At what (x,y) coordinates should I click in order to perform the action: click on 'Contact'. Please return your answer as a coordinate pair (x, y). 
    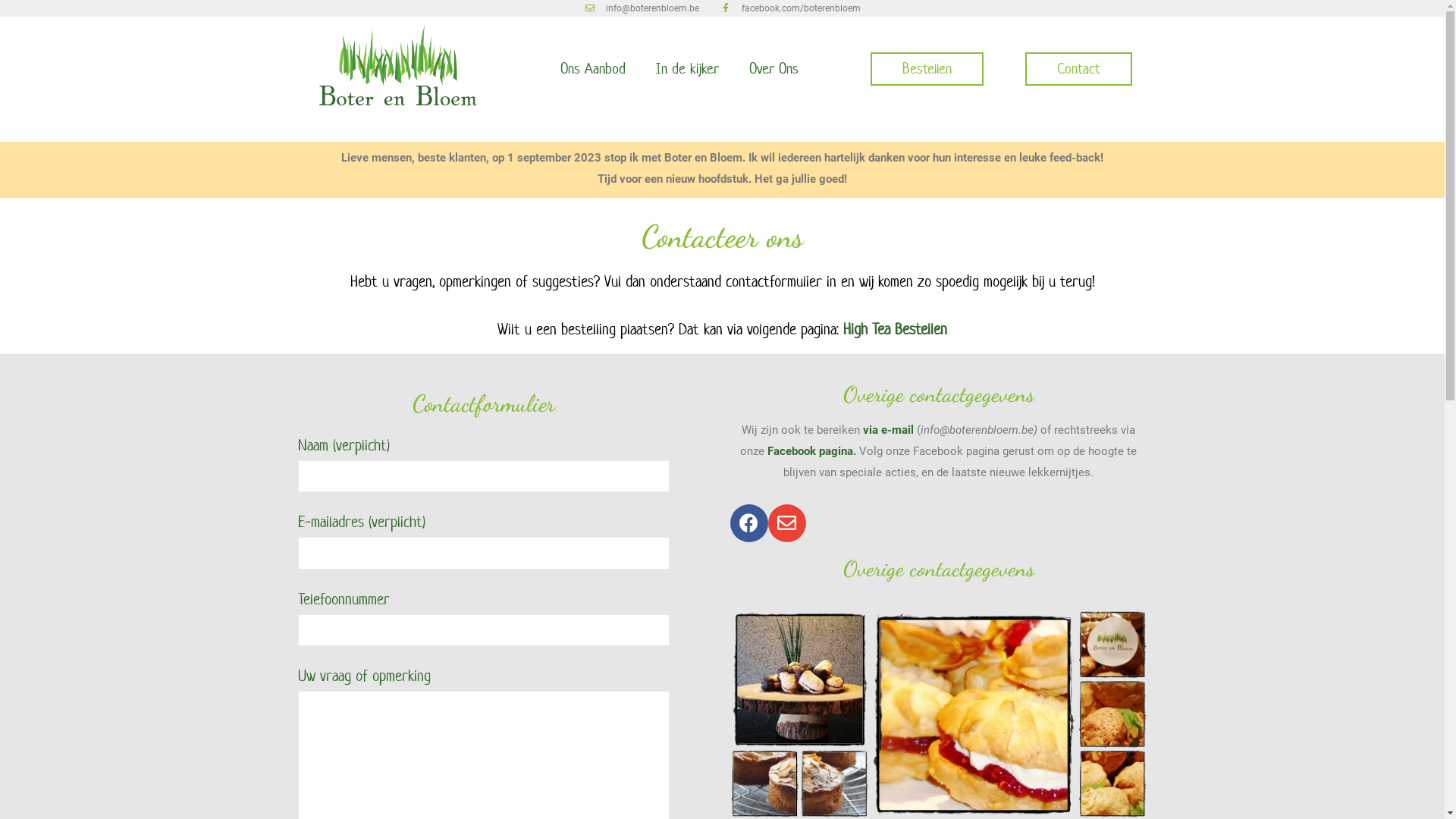
    Looking at the image, I should click on (1078, 69).